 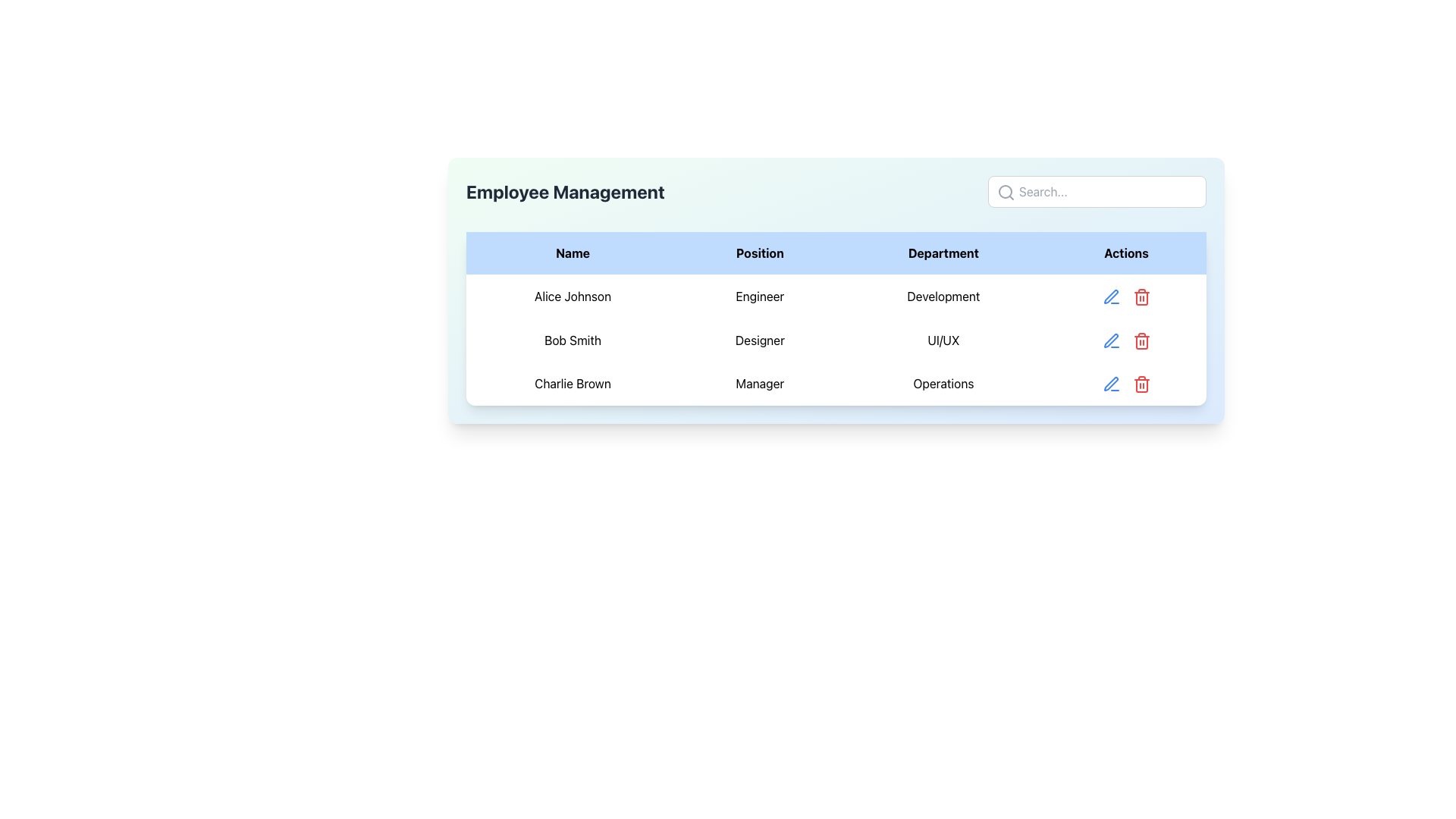 What do you see at coordinates (1141, 339) in the screenshot?
I see `the red trash bin icon button located in the 'Actions' column of the second row in the table` at bounding box center [1141, 339].